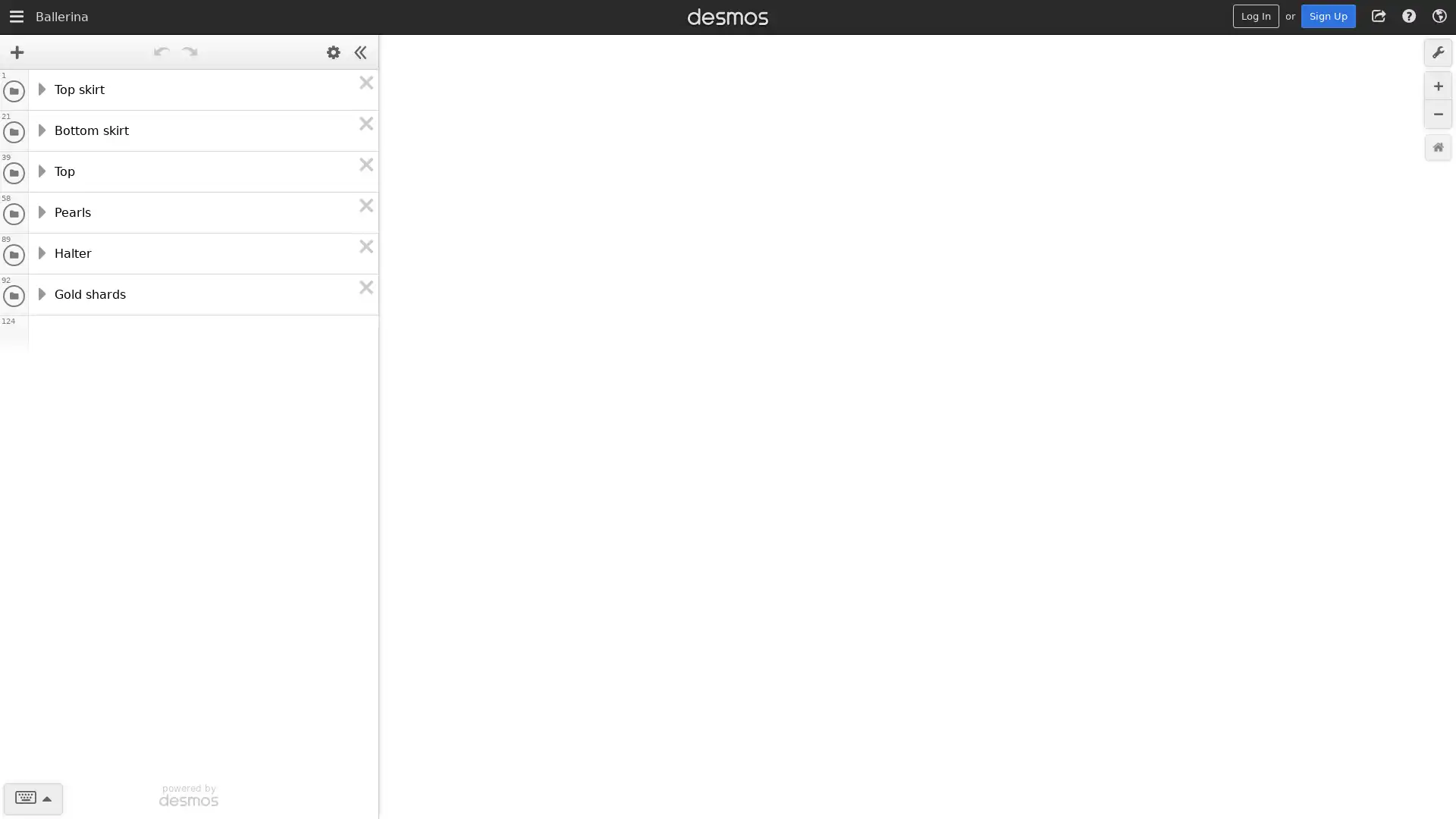  Describe the element at coordinates (333, 52) in the screenshot. I see `Edit Expression List` at that location.